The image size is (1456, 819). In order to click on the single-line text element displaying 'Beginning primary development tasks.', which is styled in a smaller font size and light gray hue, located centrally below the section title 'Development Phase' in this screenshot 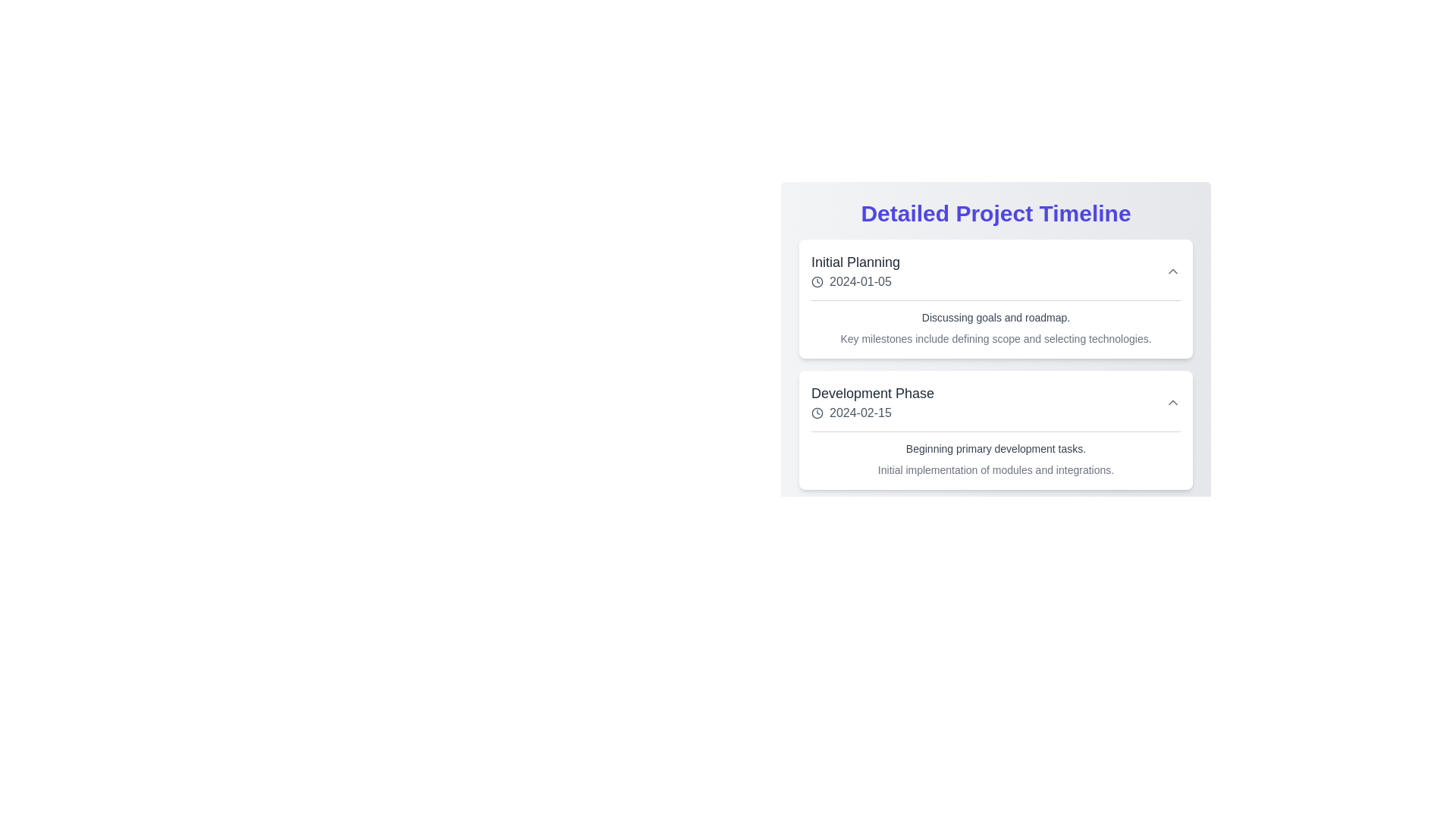, I will do `click(996, 447)`.